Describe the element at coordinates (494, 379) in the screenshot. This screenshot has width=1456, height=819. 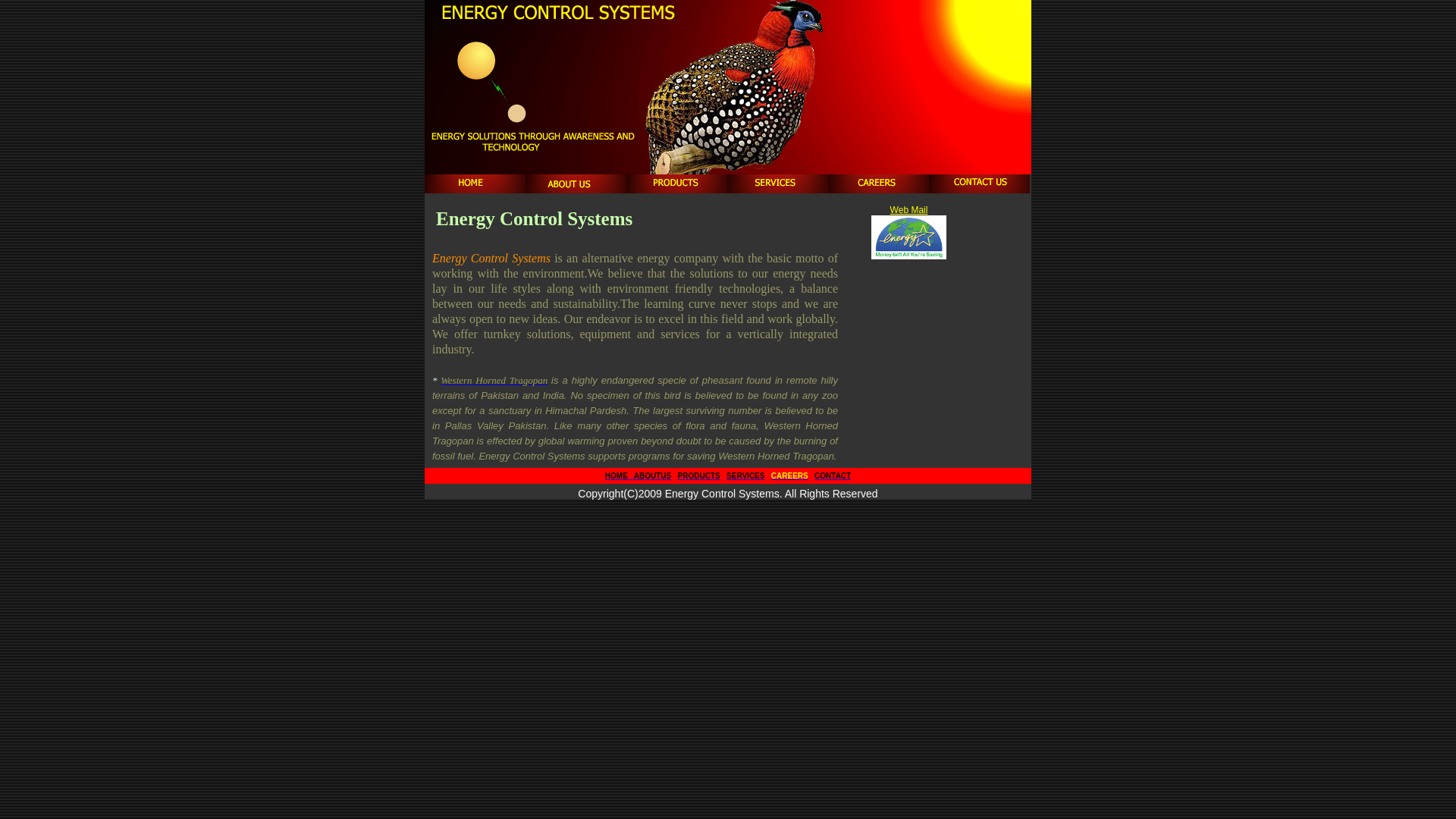
I see `'Western Horned Tragopan'` at that location.